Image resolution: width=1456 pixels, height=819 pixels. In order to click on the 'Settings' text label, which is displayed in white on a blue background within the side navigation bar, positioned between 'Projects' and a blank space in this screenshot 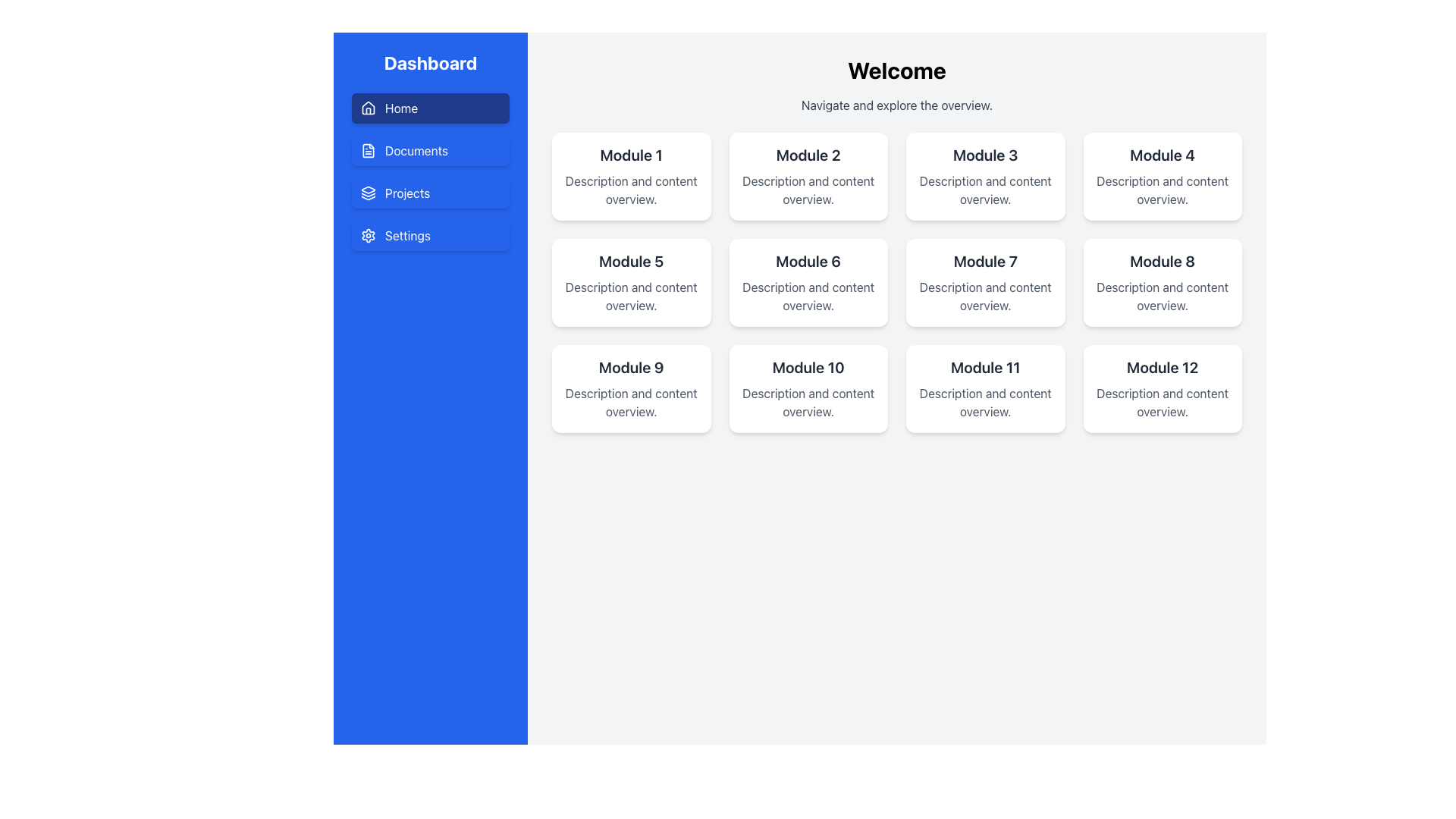, I will do `click(407, 236)`.